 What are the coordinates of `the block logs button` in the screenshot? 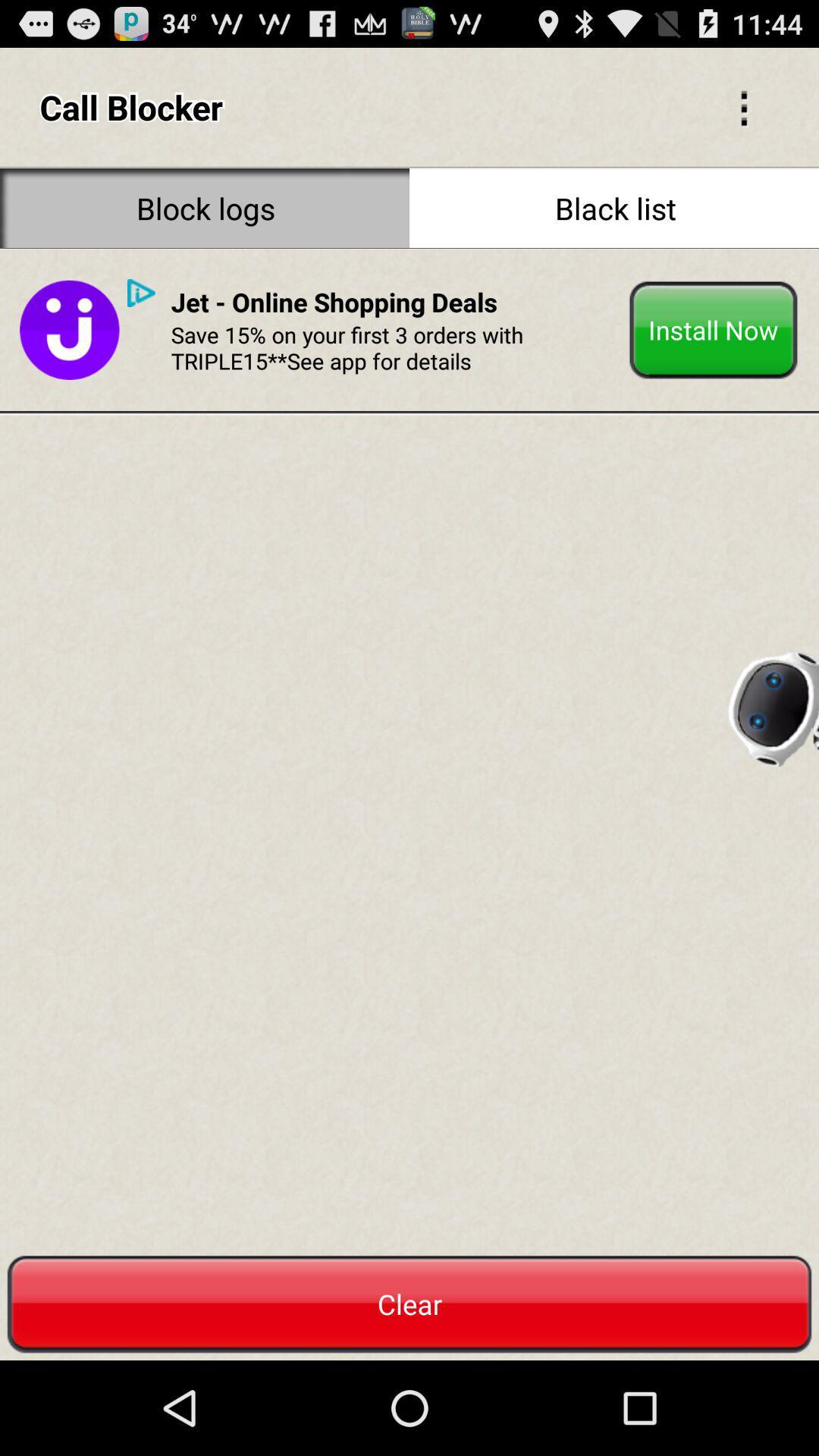 It's located at (205, 207).